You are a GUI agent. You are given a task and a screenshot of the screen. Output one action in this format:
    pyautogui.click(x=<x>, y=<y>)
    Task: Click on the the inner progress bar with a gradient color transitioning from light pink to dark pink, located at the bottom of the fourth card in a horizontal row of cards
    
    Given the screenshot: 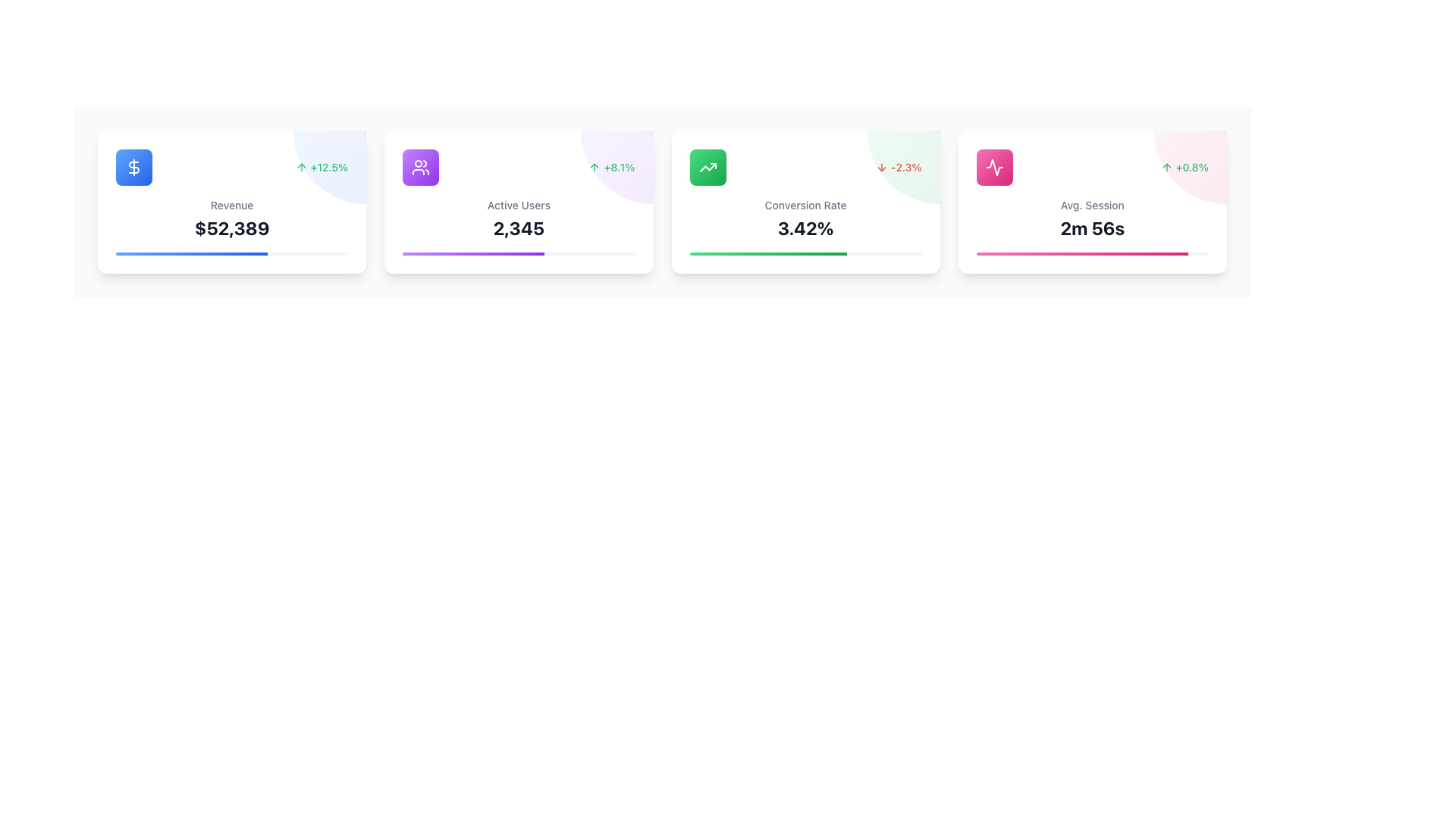 What is the action you would take?
    pyautogui.click(x=1081, y=253)
    